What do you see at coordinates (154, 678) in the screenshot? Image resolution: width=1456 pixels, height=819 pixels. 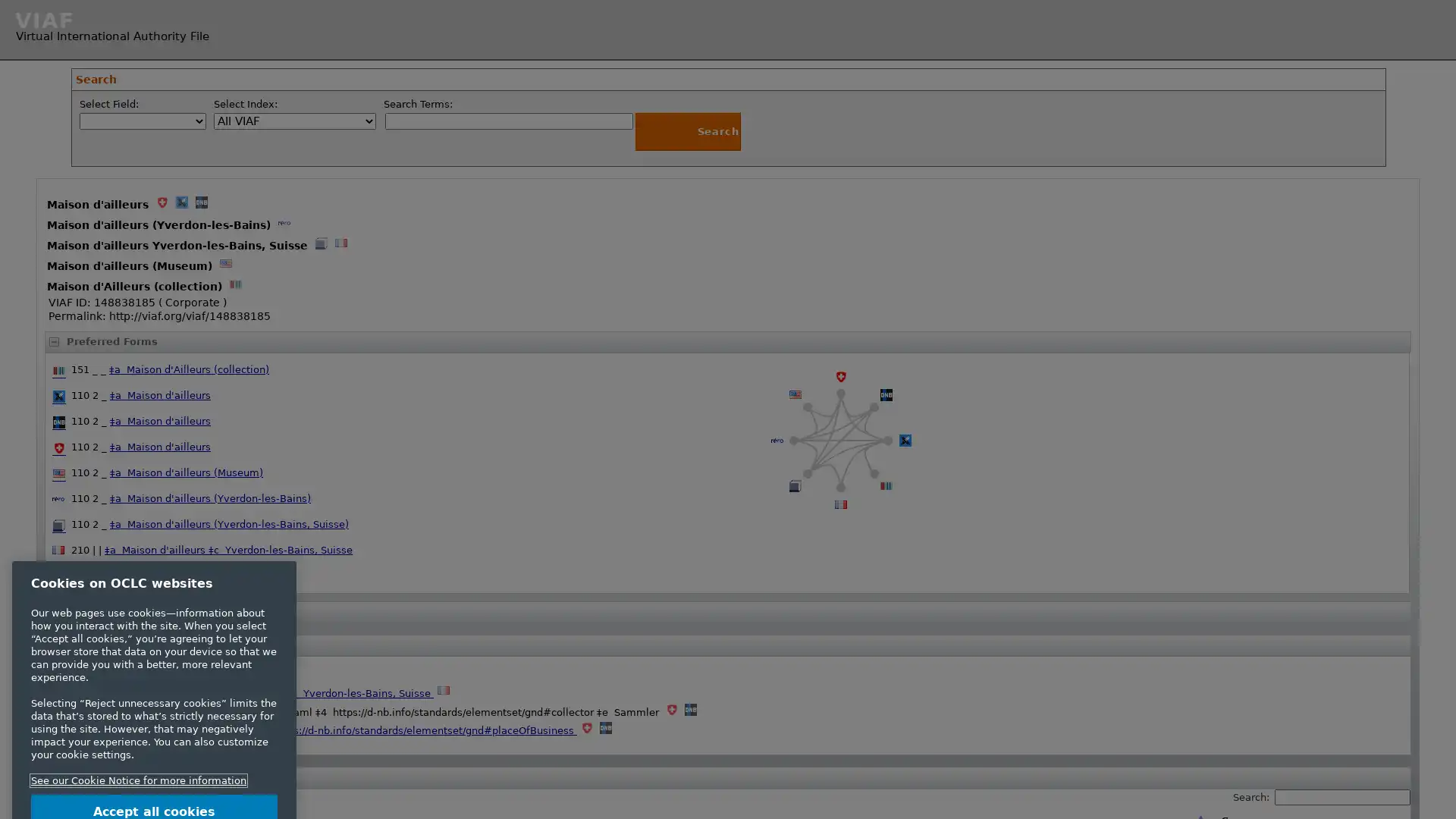 I see `Accept all cookies` at bounding box center [154, 678].